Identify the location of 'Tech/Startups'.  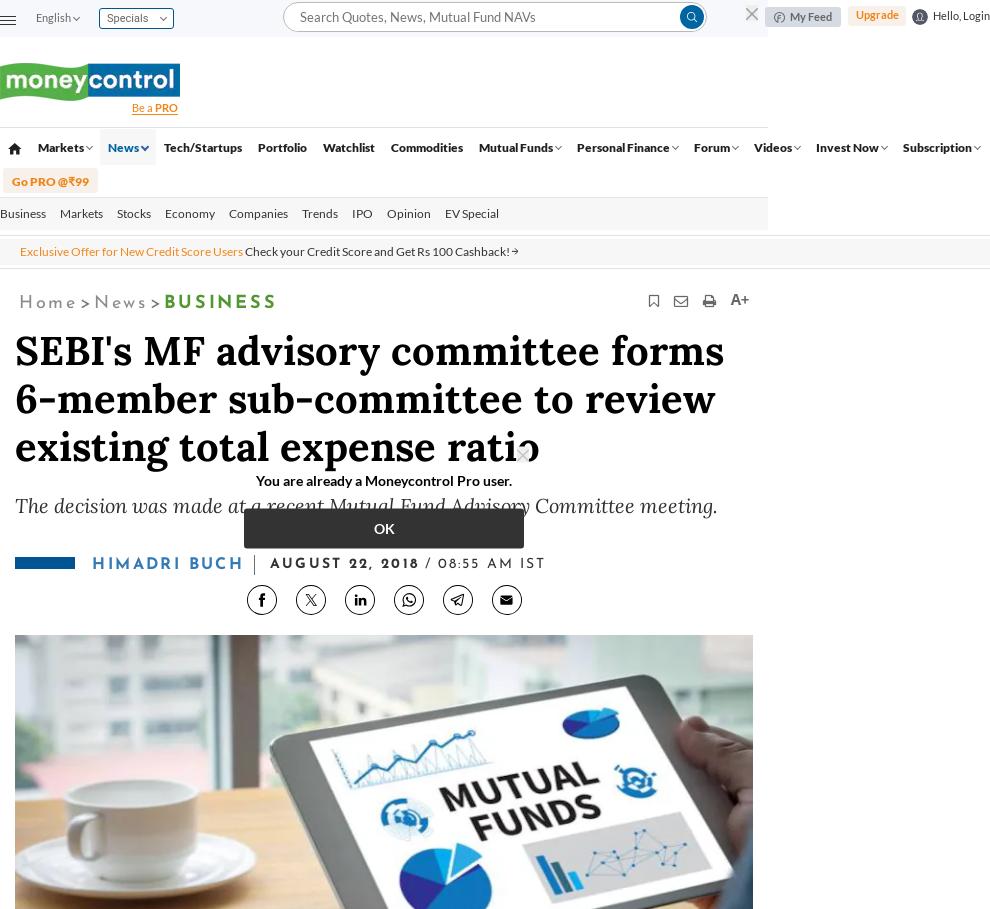
(200, 146).